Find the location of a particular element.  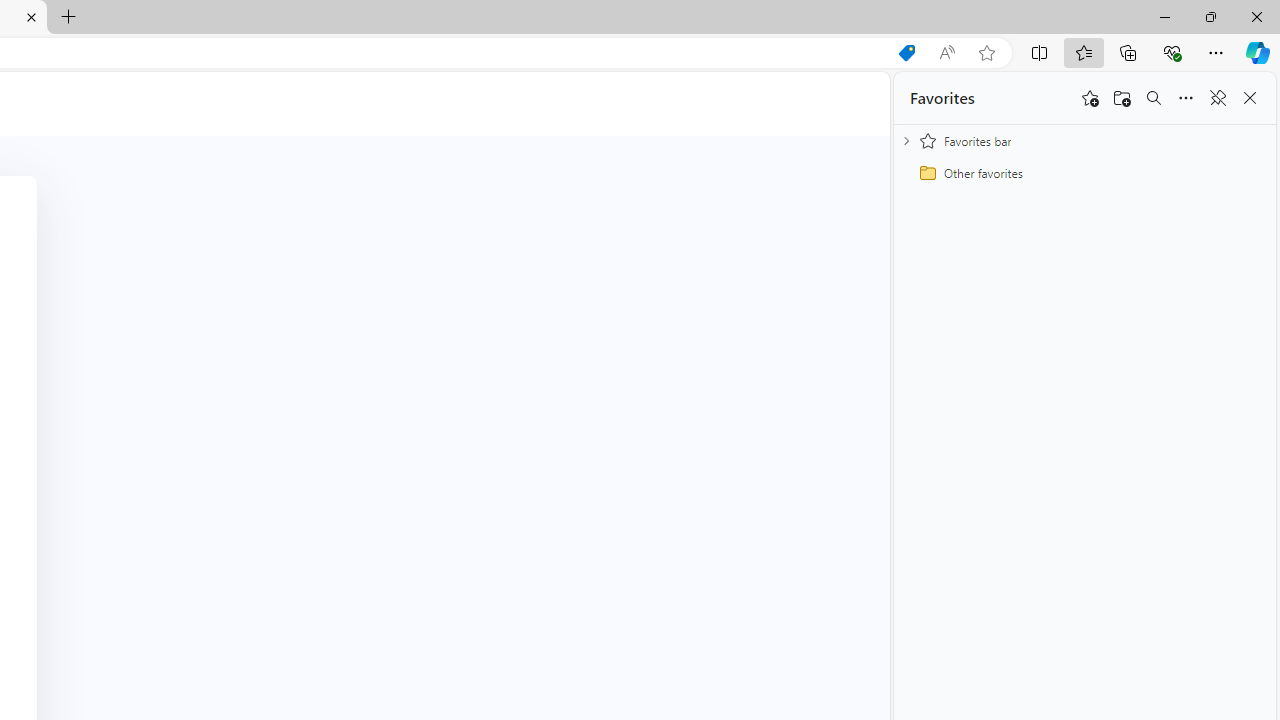

'Search favorites' is located at coordinates (1153, 98).